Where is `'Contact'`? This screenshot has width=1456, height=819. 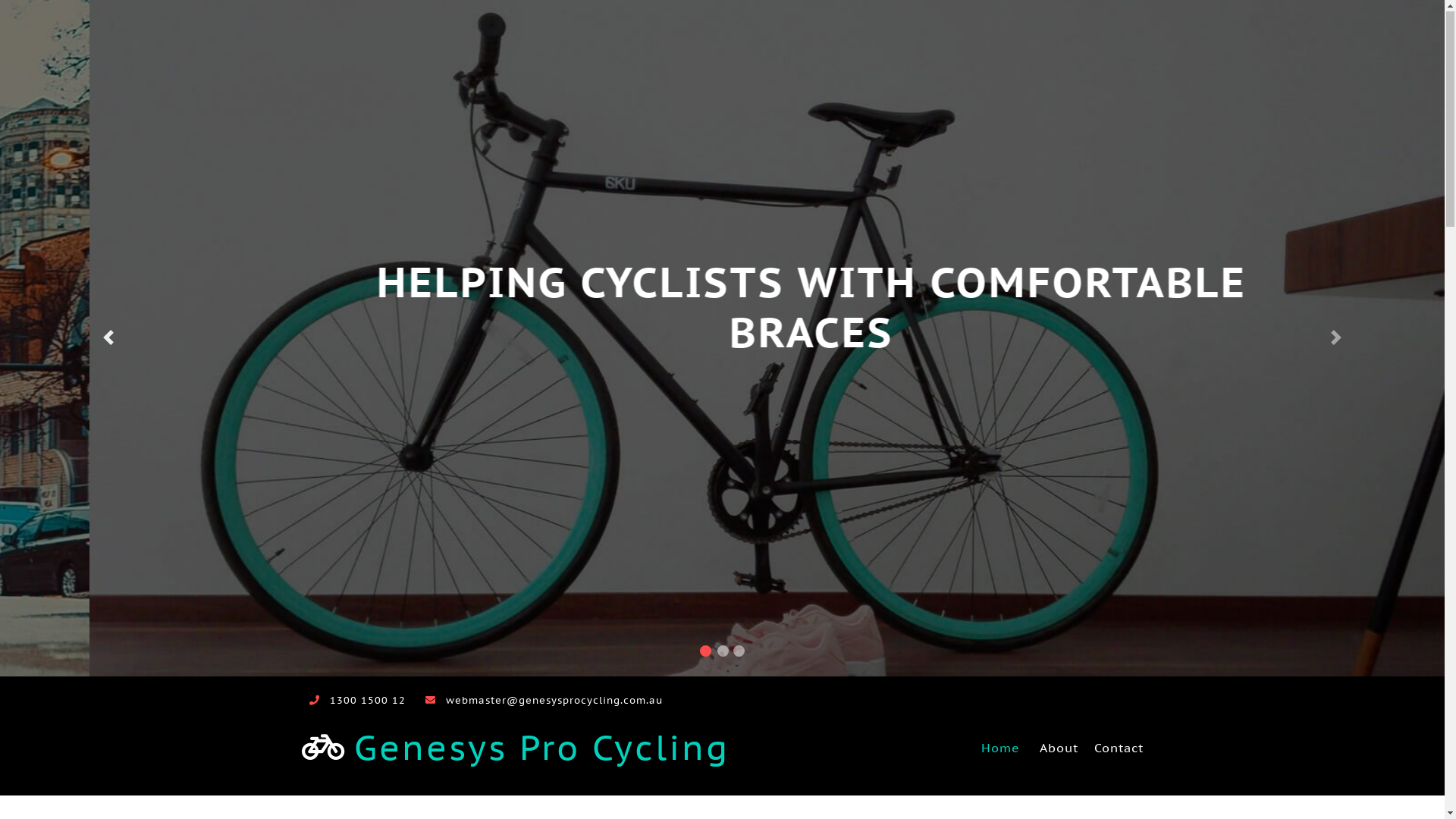
'Contact' is located at coordinates (1115, 748).